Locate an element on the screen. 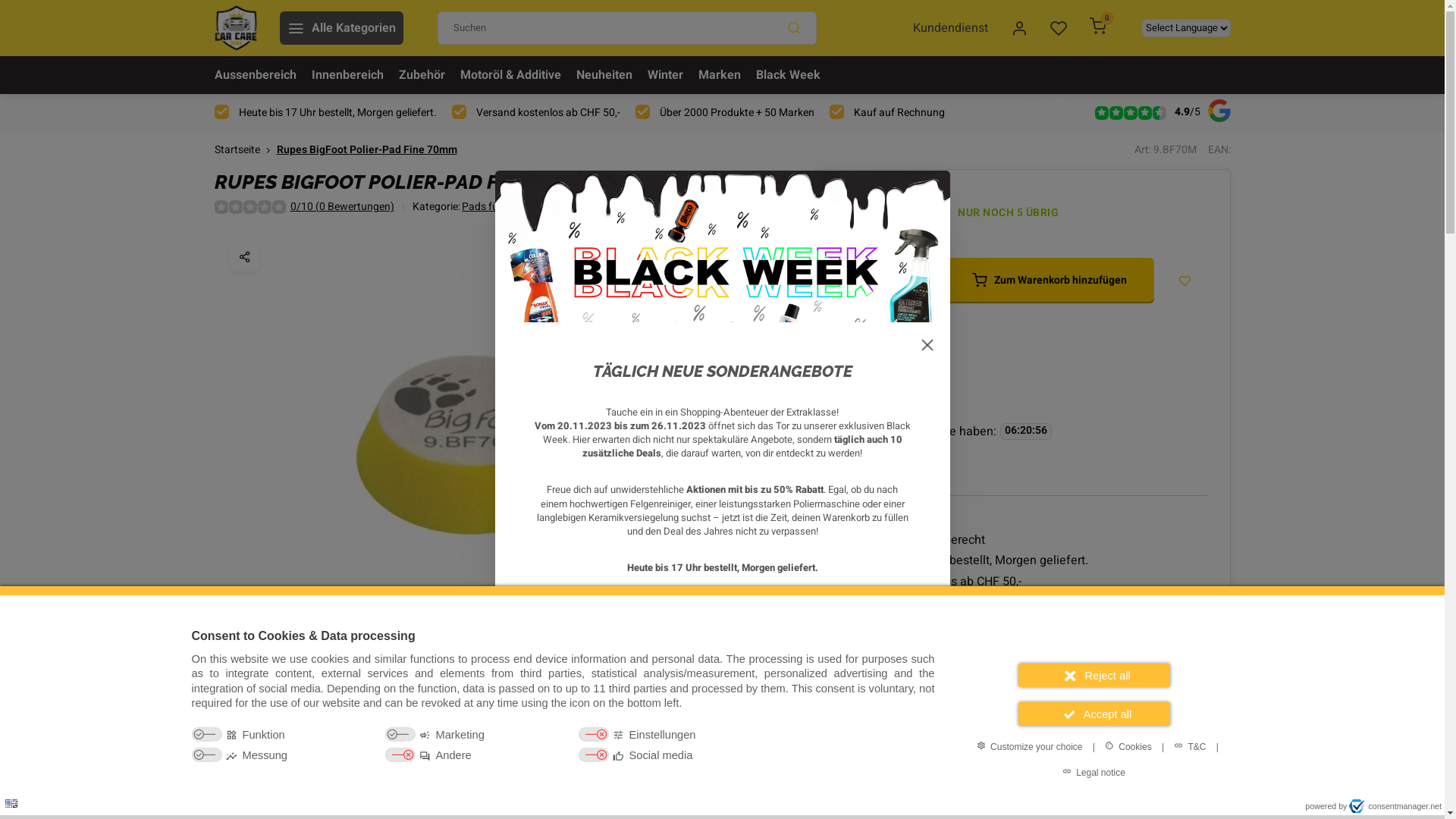  'Reject all' is located at coordinates (1093, 674).